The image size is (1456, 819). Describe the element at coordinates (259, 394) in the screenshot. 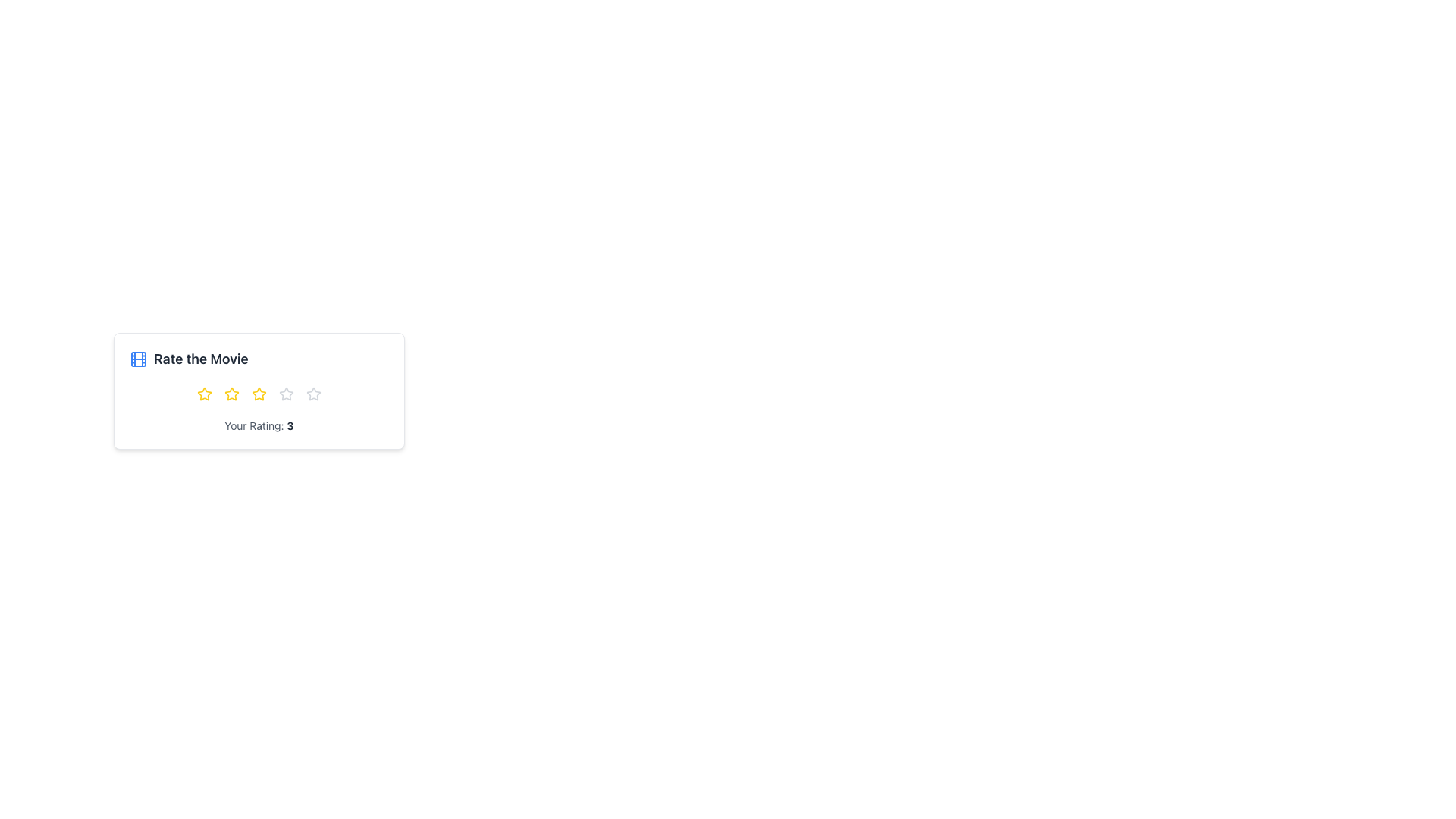

I see `the third star icon in the rating component to set the user's rating to three stars` at that location.